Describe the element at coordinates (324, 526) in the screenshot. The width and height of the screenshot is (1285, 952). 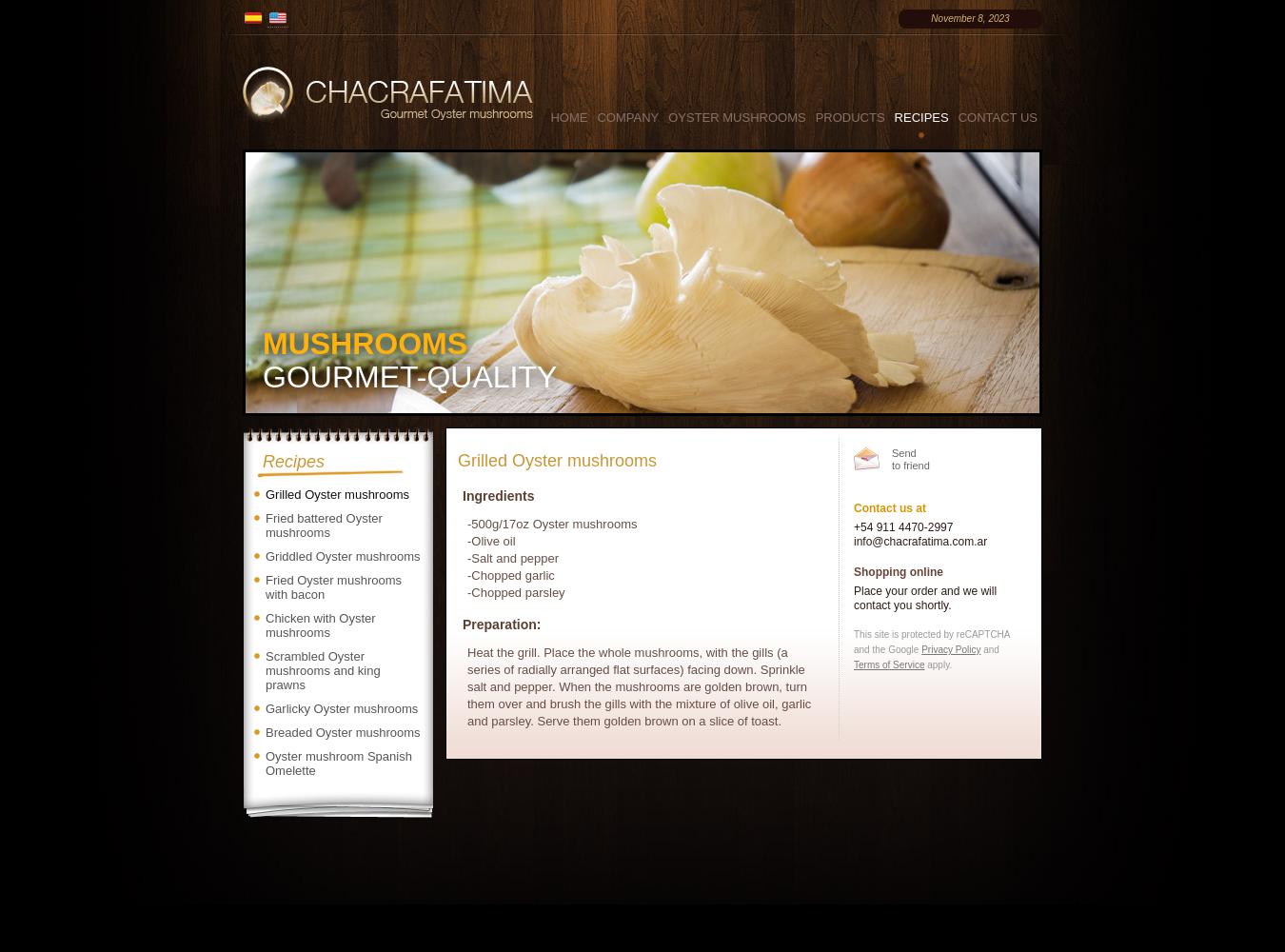
I see `'Fried battered Oyster mushrooms'` at that location.